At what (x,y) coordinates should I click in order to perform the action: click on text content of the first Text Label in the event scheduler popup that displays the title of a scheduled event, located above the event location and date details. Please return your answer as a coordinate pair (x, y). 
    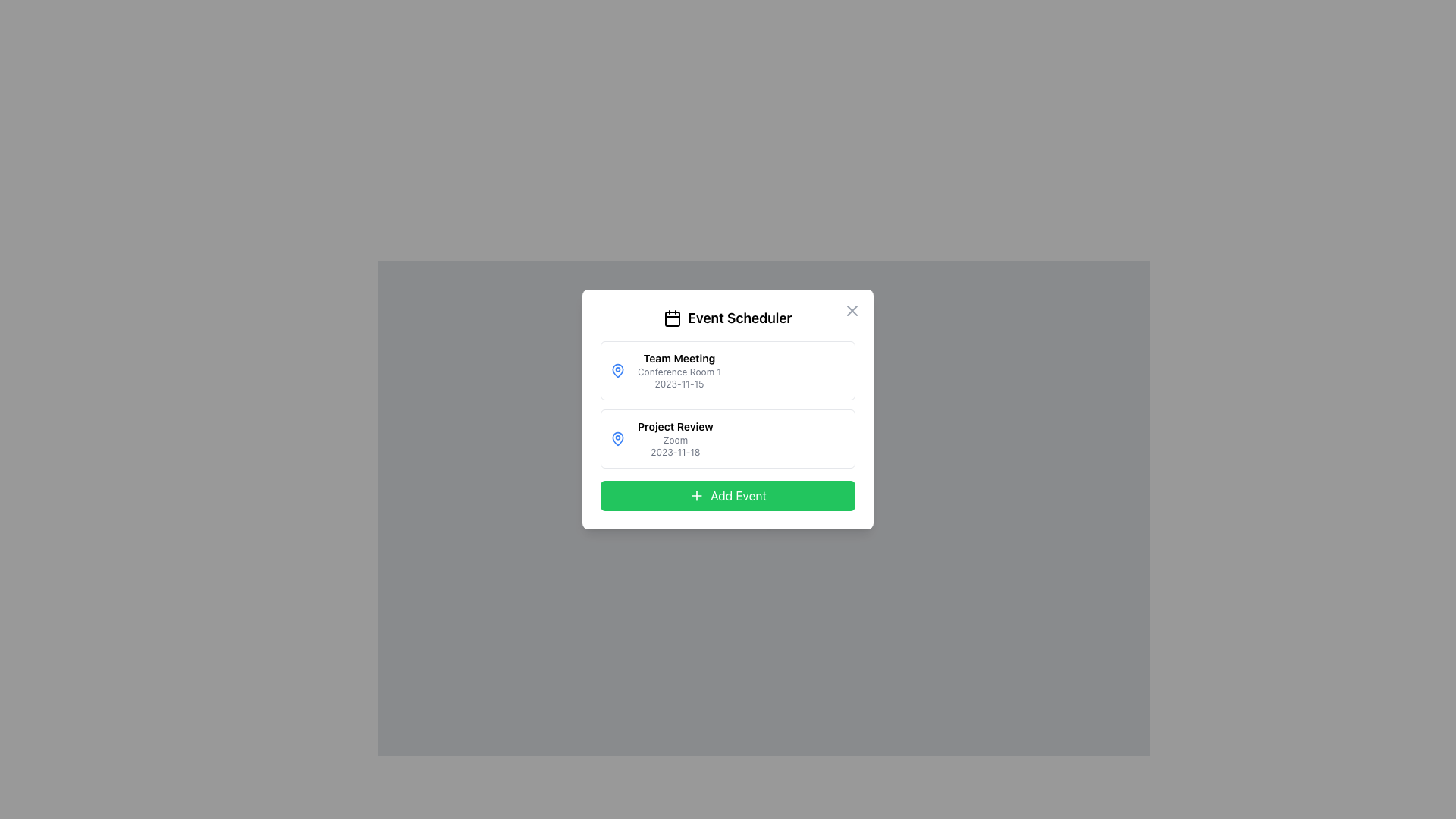
    Looking at the image, I should click on (679, 359).